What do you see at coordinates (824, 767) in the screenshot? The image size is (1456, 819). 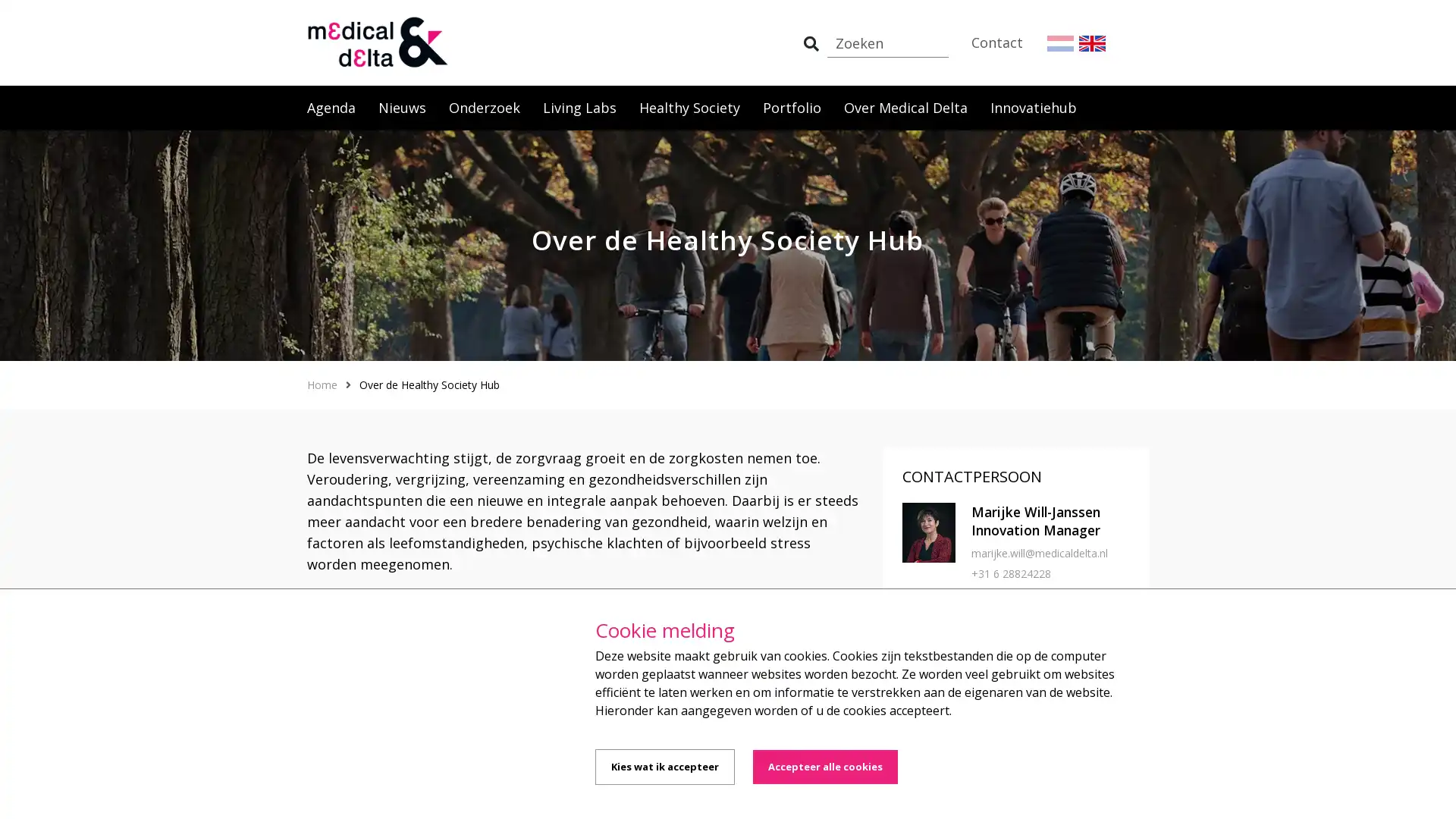 I see `Accepteer alle cookies` at bounding box center [824, 767].